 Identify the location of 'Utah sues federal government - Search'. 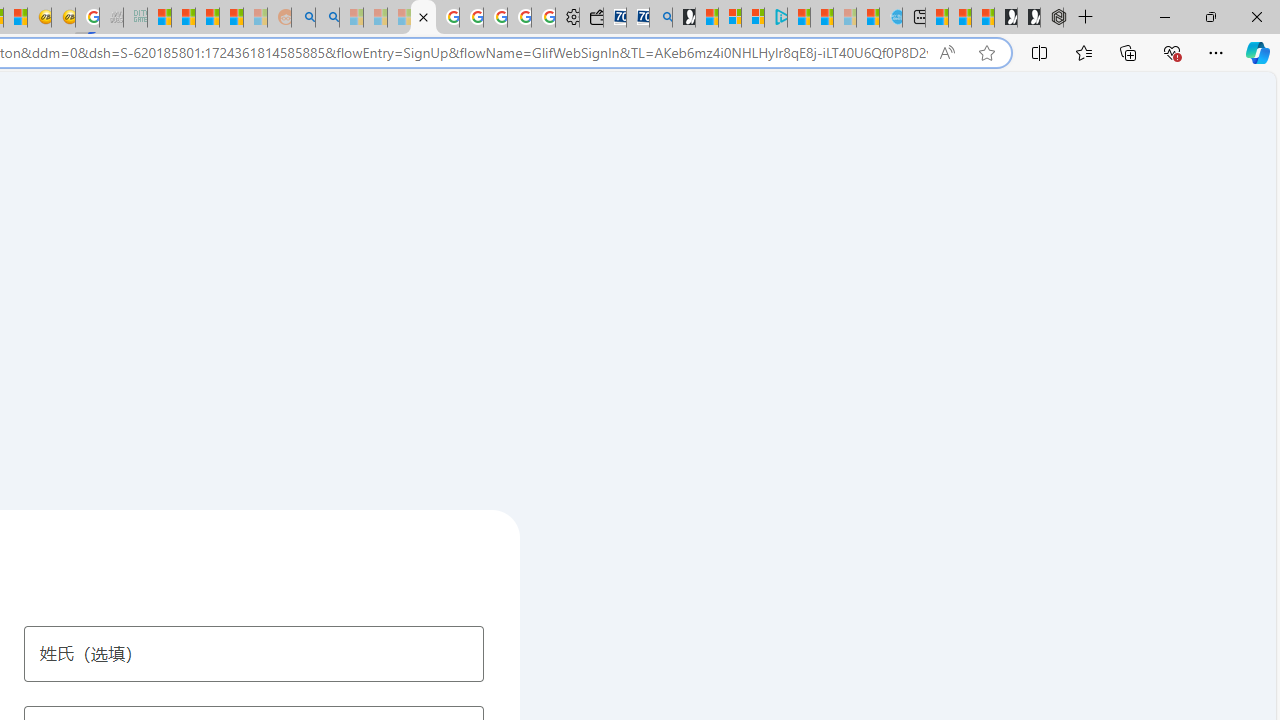
(327, 17).